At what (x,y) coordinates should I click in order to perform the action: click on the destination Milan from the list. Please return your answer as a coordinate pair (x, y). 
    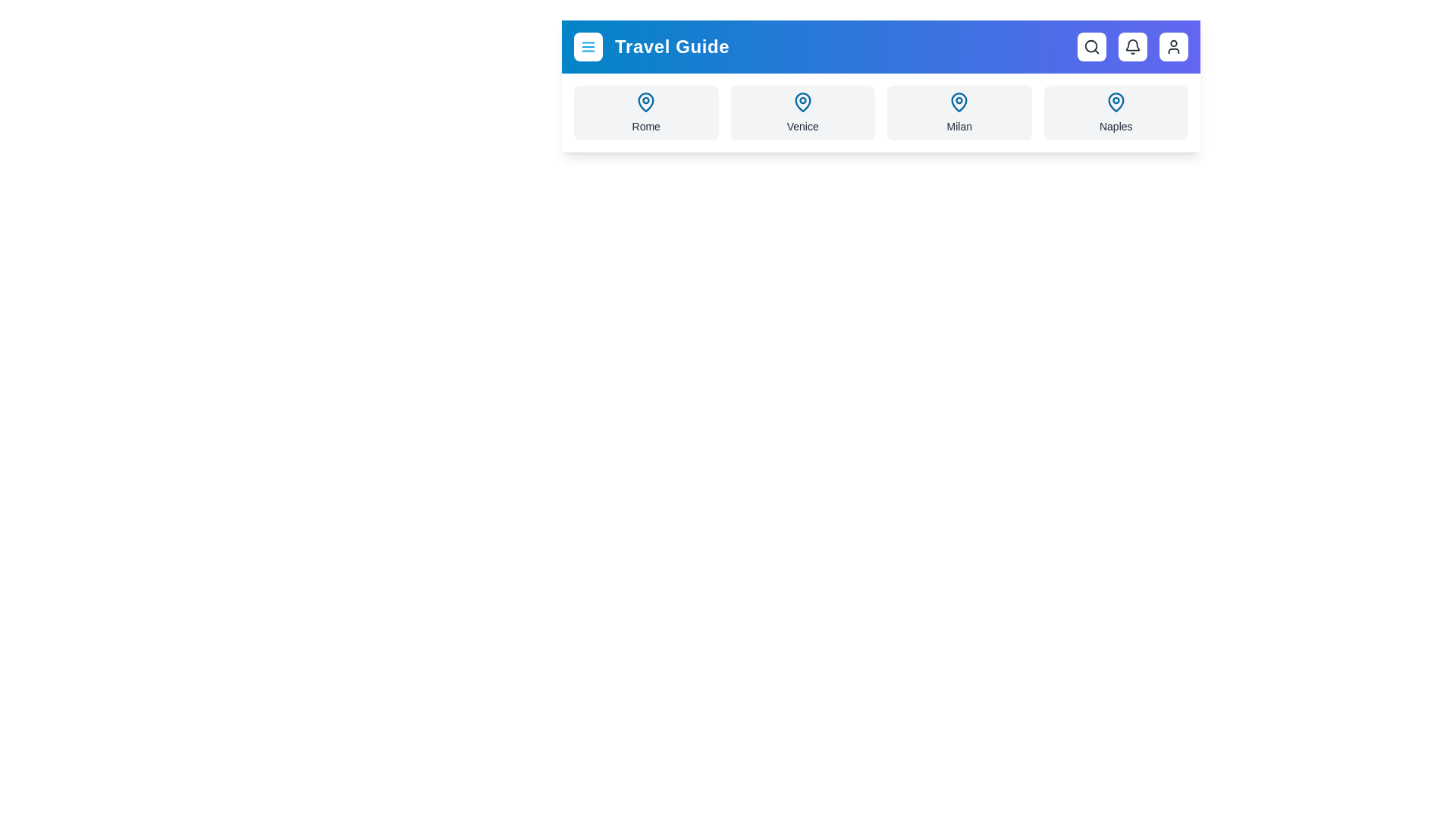
    Looking at the image, I should click on (959, 112).